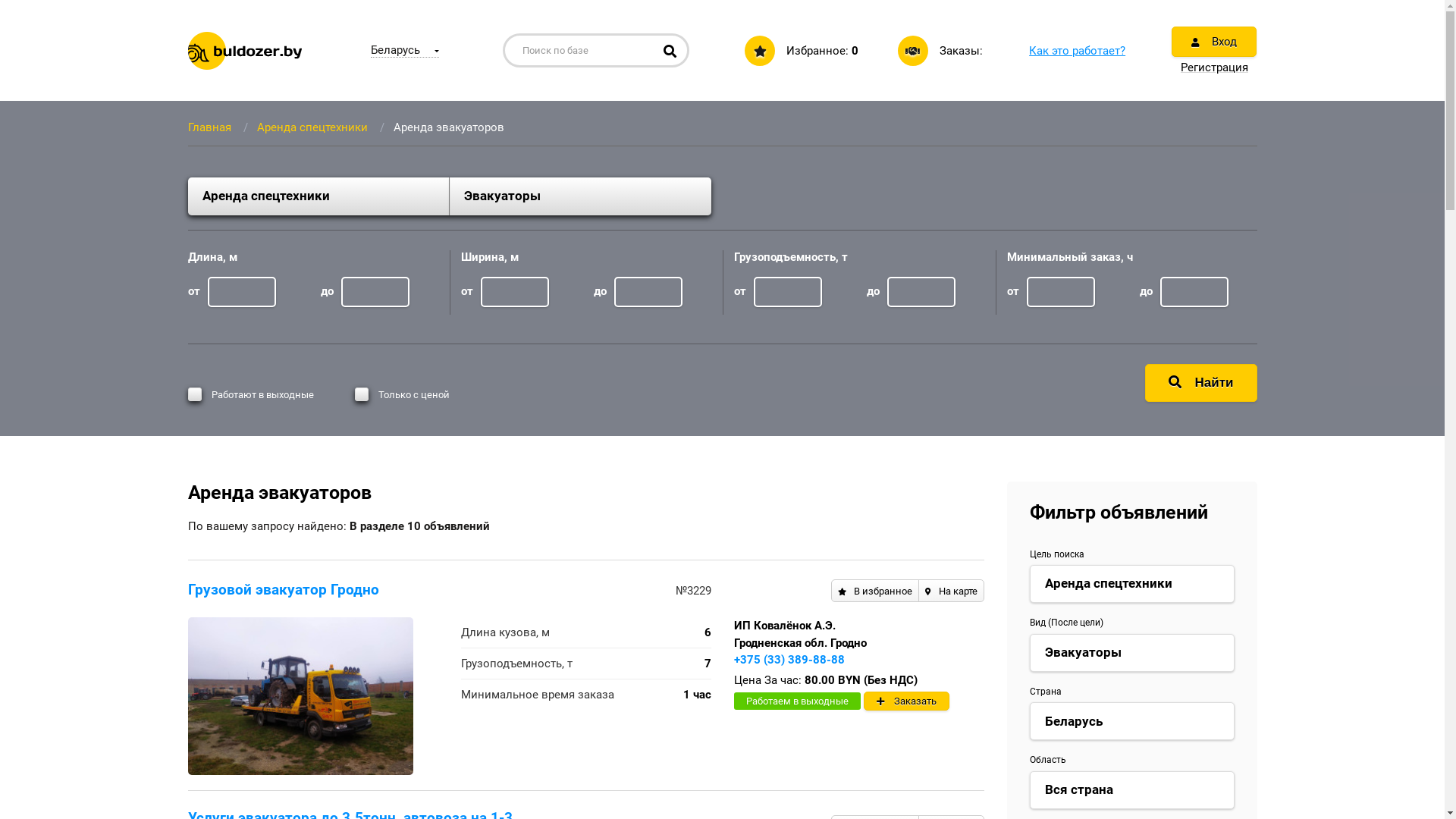 The width and height of the screenshot is (1456, 819). What do you see at coordinates (789, 659) in the screenshot?
I see `'+375 (33) 389-88-88'` at bounding box center [789, 659].